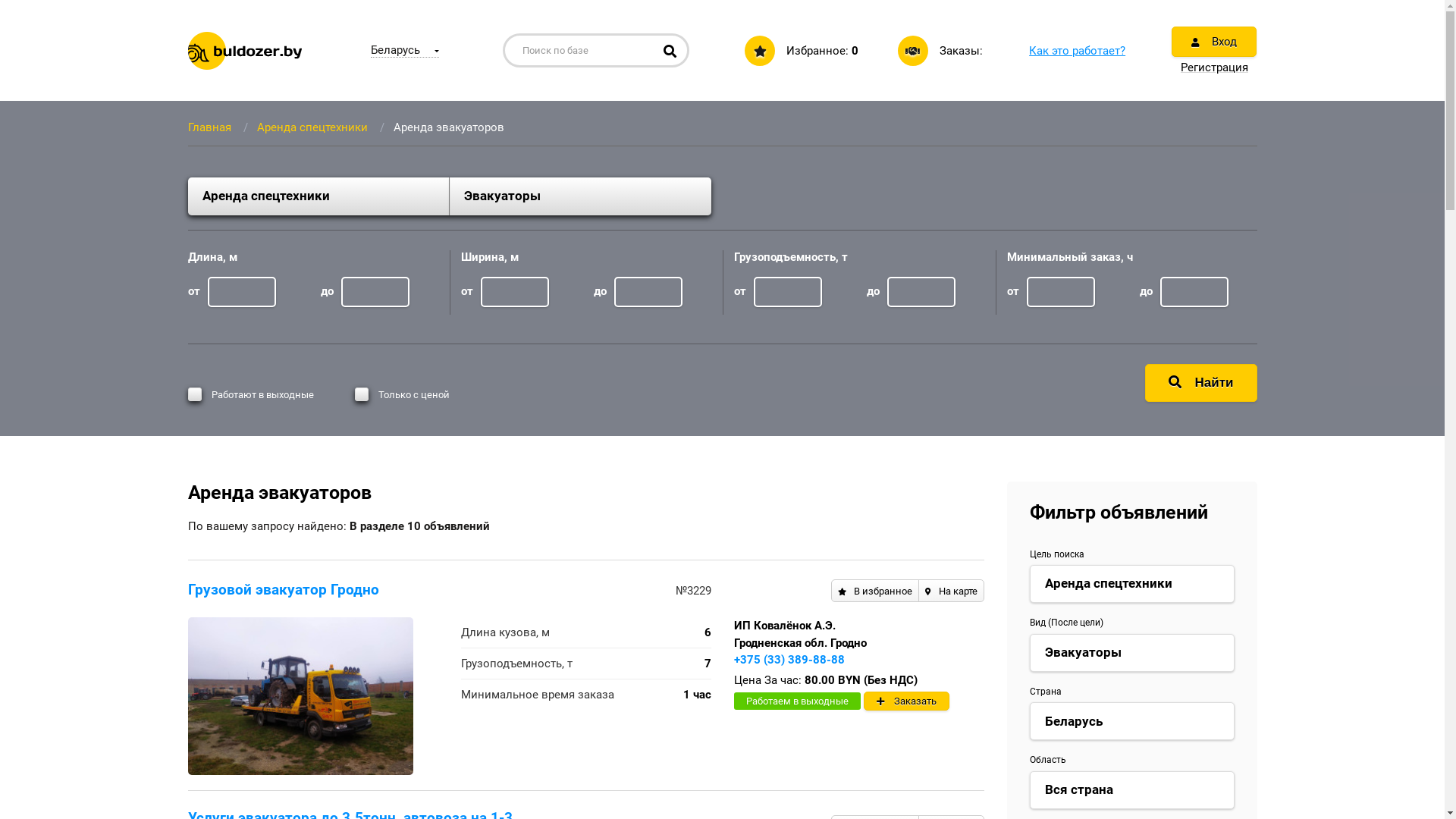 The width and height of the screenshot is (1456, 819). What do you see at coordinates (789, 659) in the screenshot?
I see `'+375 (33) 389-88-88'` at bounding box center [789, 659].